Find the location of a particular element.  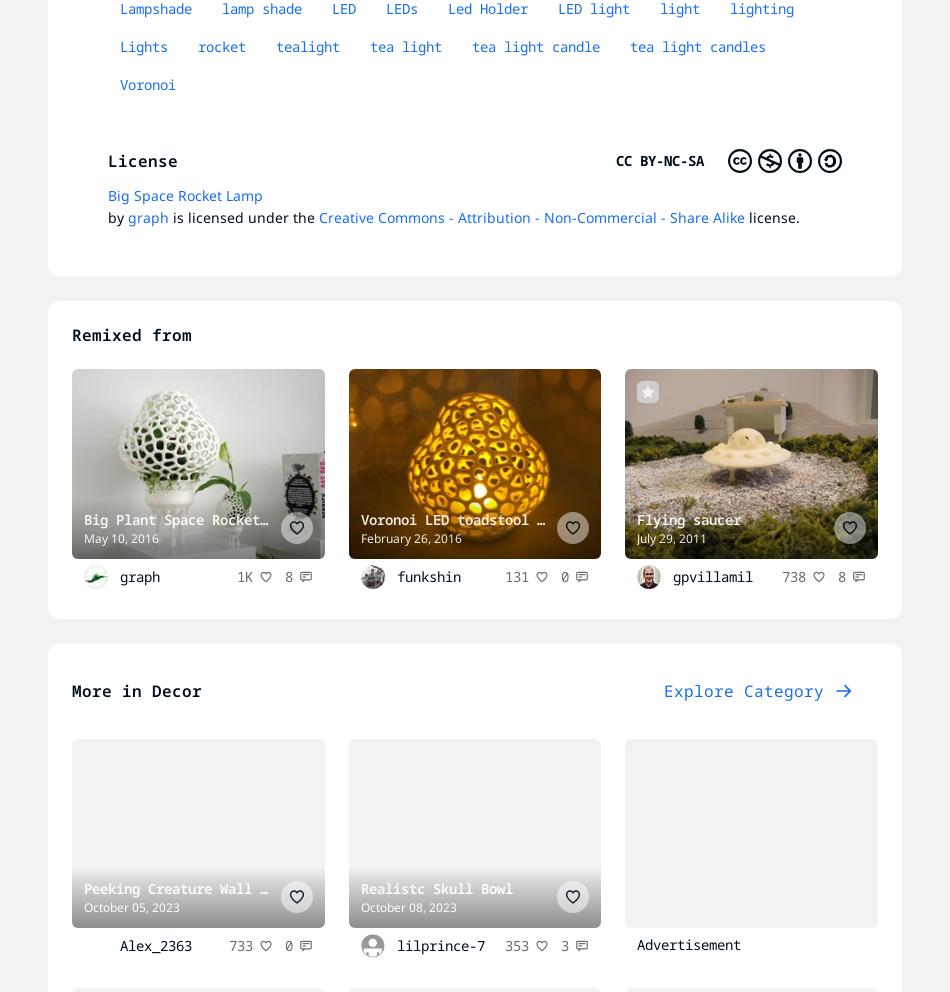

'October 08, 2023' is located at coordinates (407, 907).